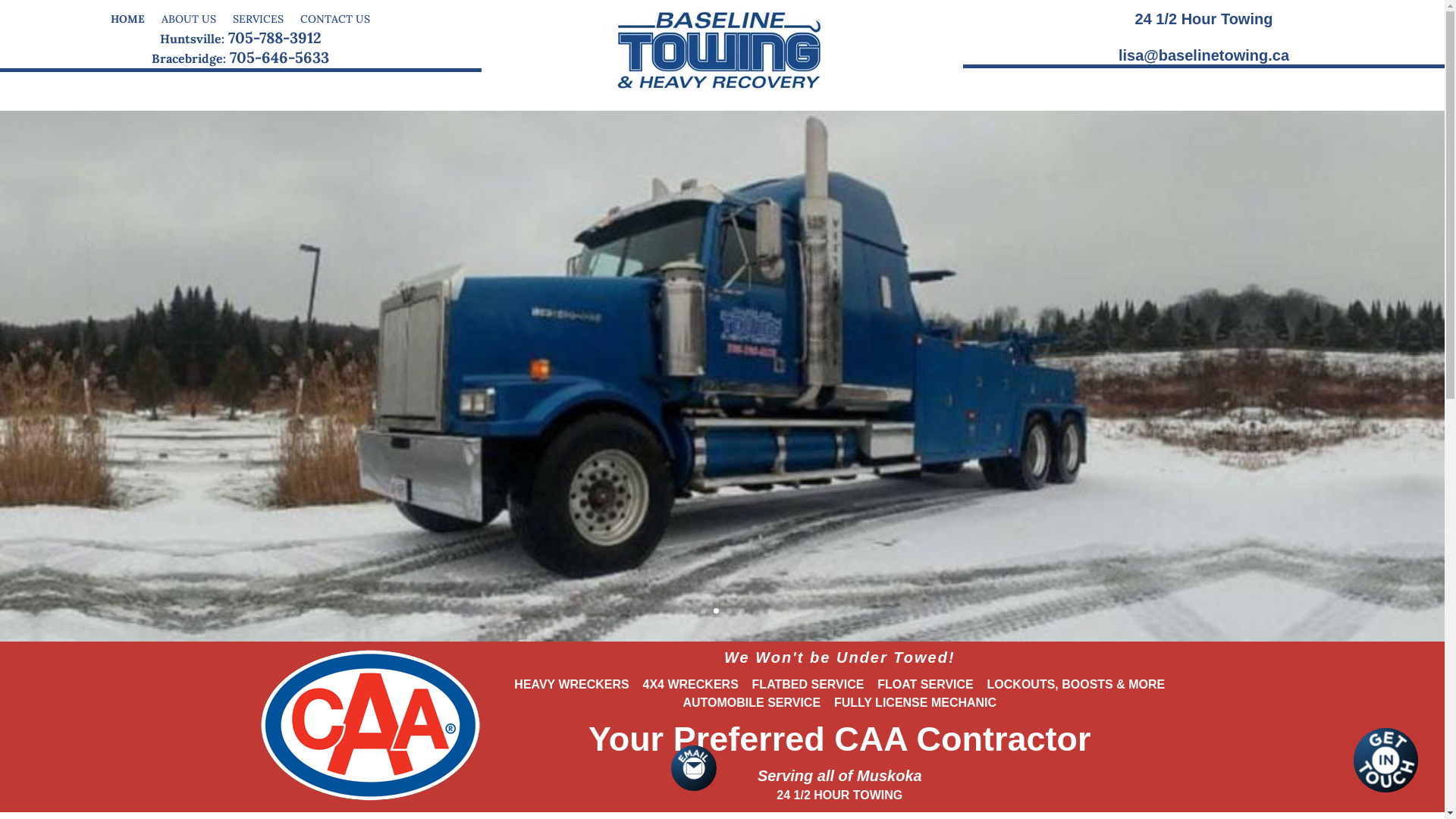 This screenshot has width=1456, height=819. I want to click on 'Huntsville: 705-788-3912', so click(160, 36).